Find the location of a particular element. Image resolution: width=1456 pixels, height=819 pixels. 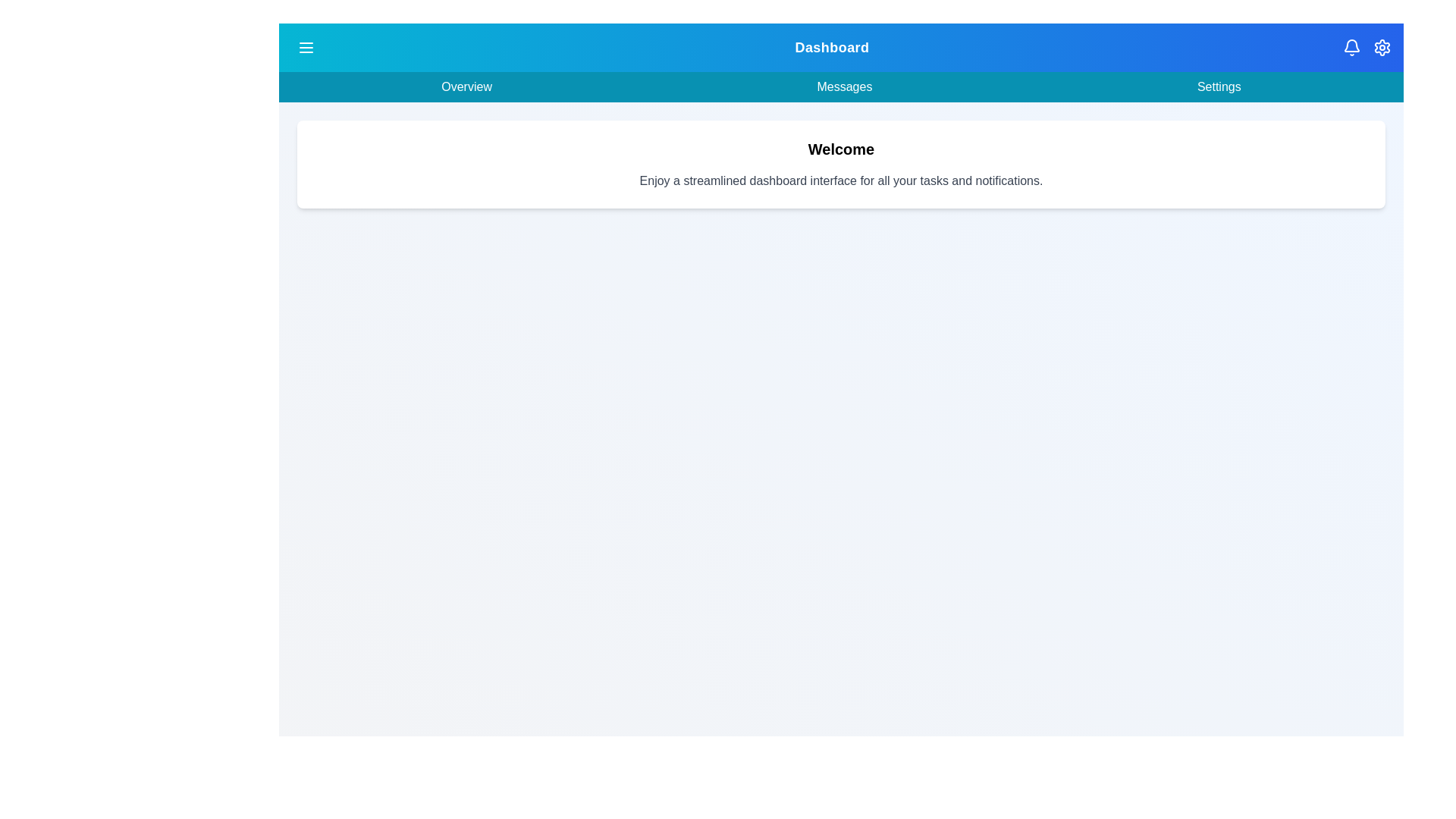

the navigation item Messages to navigate to the corresponding section is located at coordinates (843, 87).